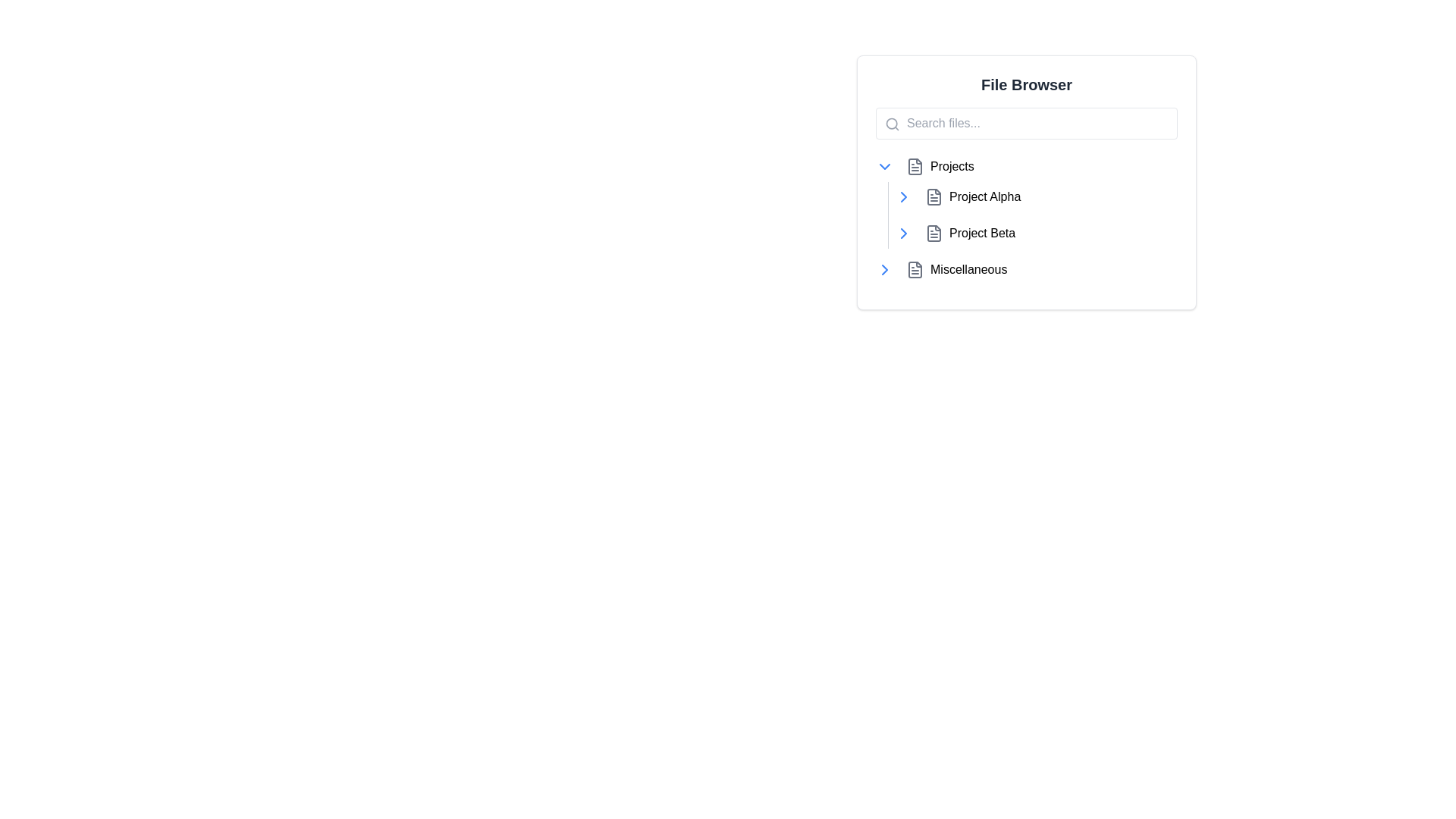 The width and height of the screenshot is (1456, 819). I want to click on the blue button with a rightward chevron icon located to the left of the 'Miscellaneous' label in the file browser interface, so click(884, 268).